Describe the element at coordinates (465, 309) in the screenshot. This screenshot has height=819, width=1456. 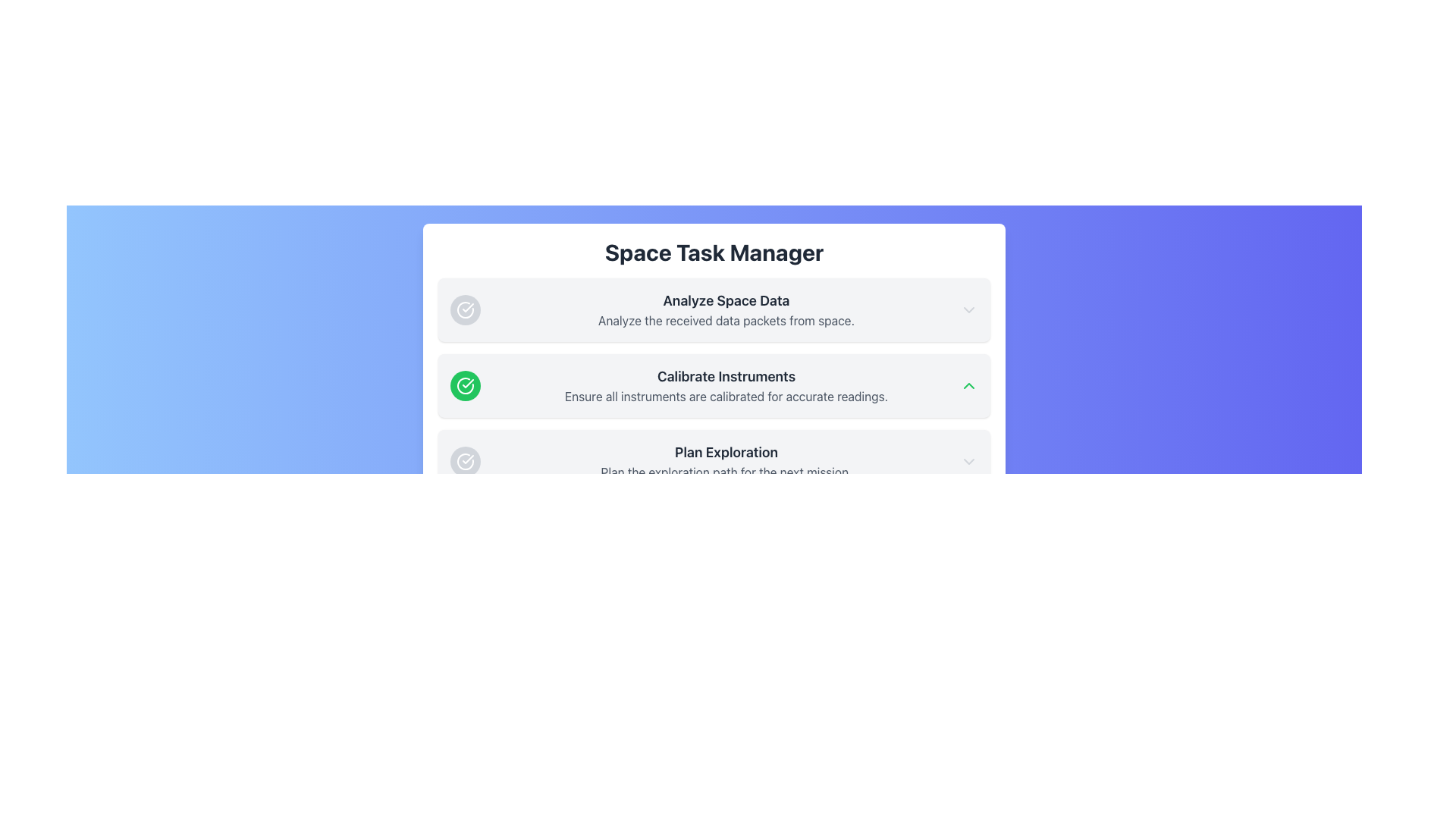
I see `the circular status indicator icon that represents the completion status of the 'Analyze Space Data' task, located to the left of the title text` at that location.